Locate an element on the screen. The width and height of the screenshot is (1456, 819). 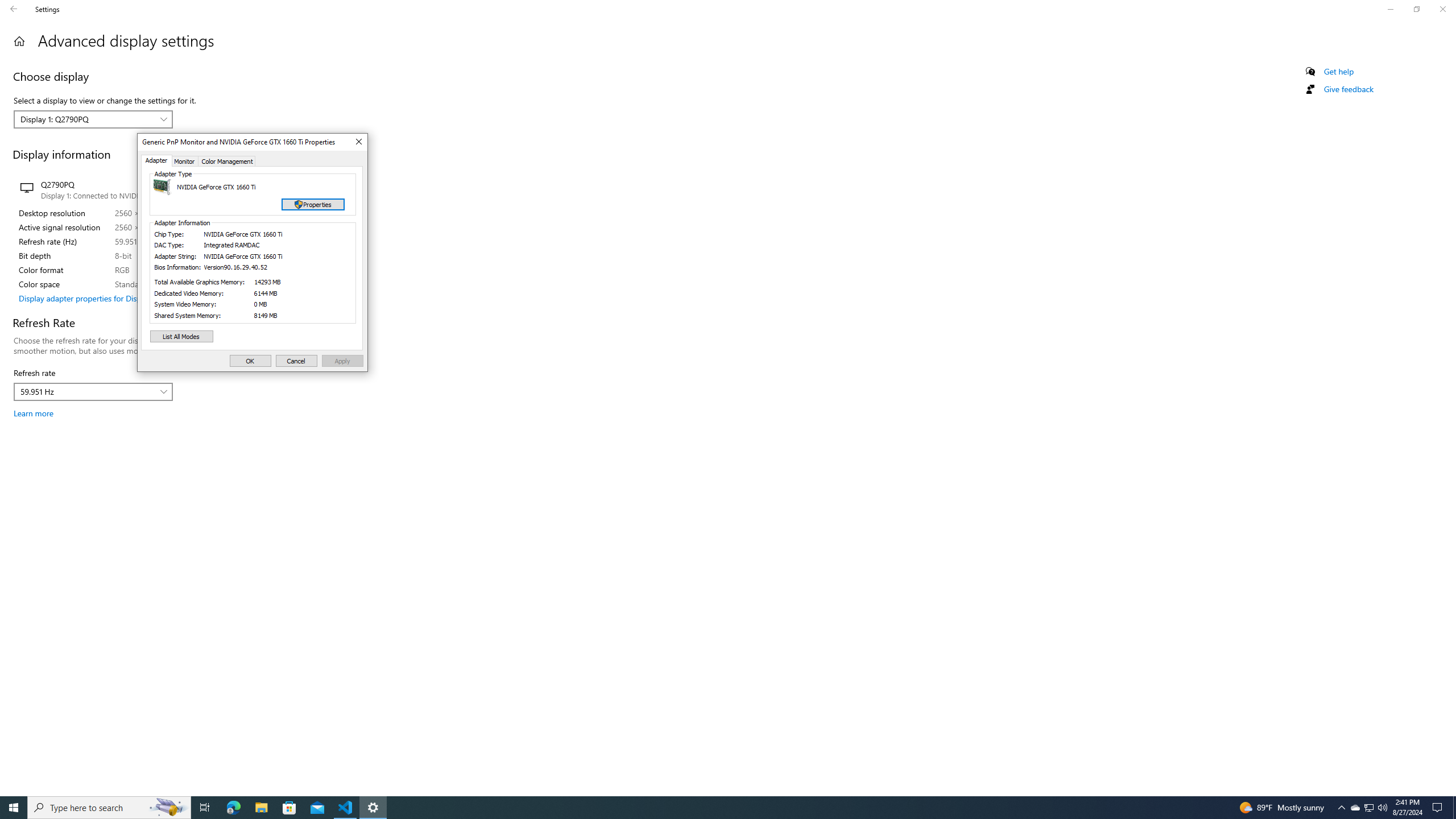
'List All Modes' is located at coordinates (181, 336).